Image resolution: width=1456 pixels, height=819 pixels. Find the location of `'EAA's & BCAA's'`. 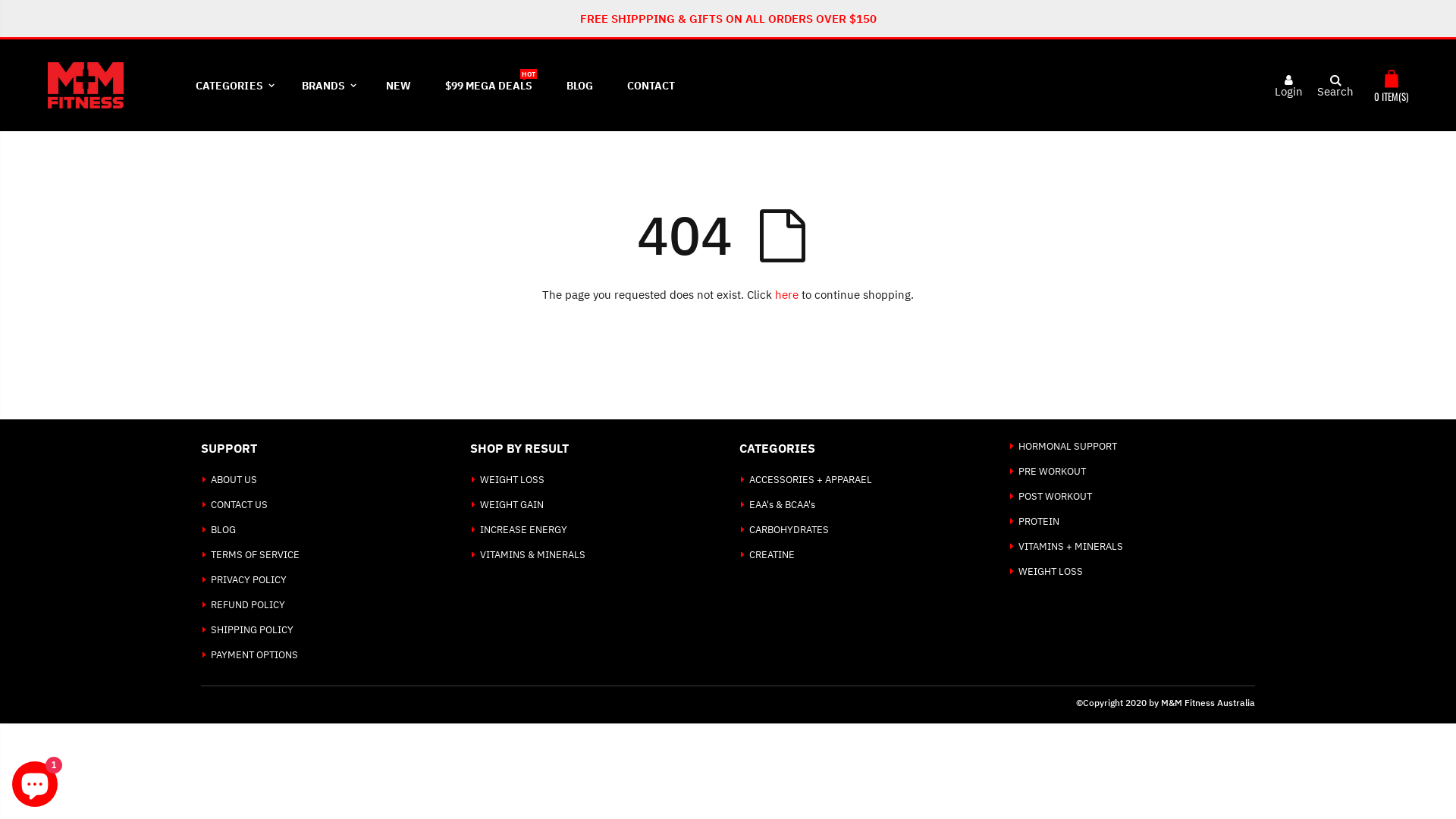

'EAA's & BCAA's' is located at coordinates (782, 504).